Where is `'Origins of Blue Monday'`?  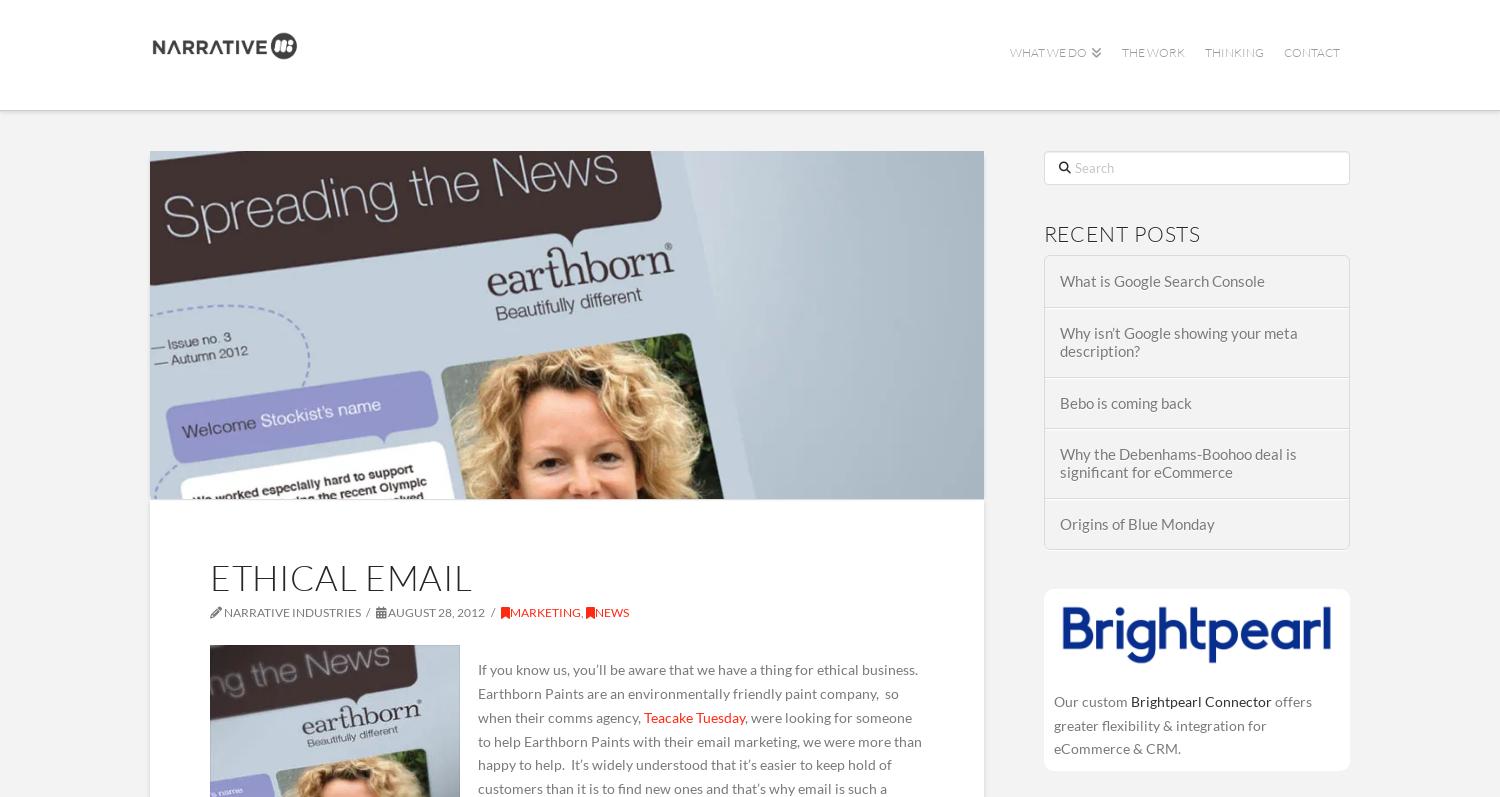 'Origins of Blue Monday' is located at coordinates (1137, 522).